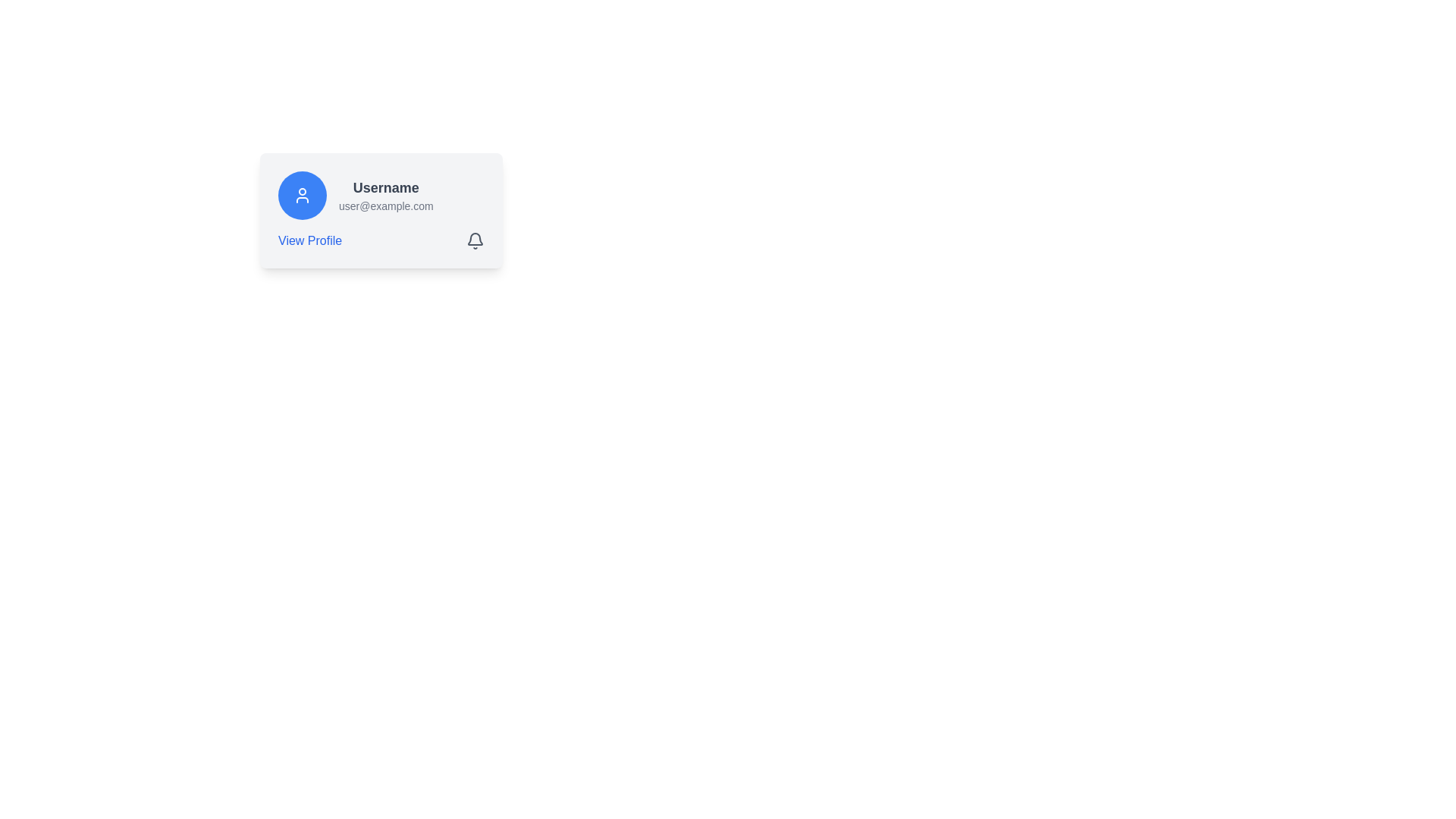 Image resolution: width=1456 pixels, height=819 pixels. Describe the element at coordinates (381, 195) in the screenshot. I see `the 'Username' text in the profile summary component` at that location.